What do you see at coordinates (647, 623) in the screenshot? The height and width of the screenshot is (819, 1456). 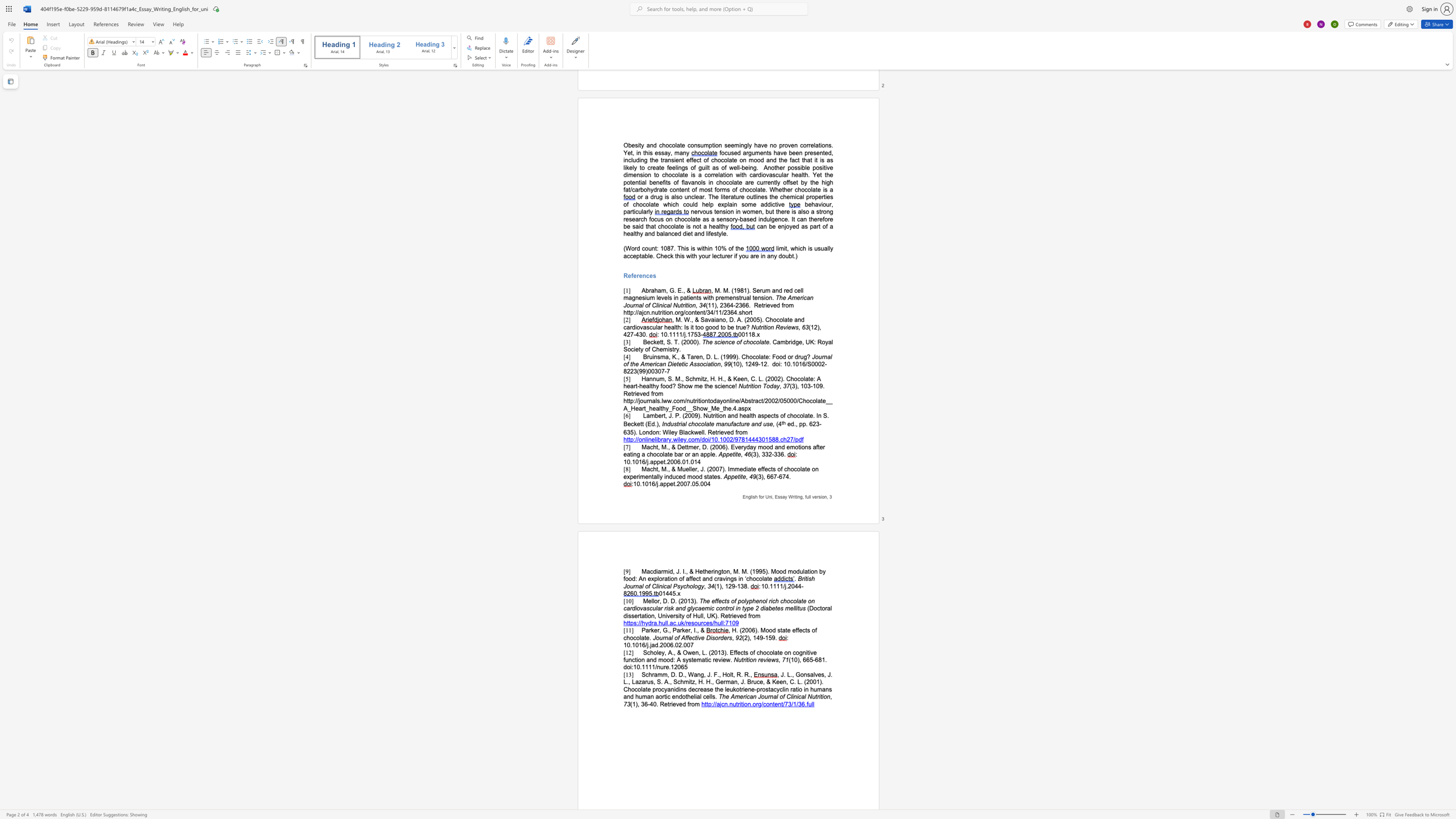 I see `the subset text "dra.hull.ac" within the text "https://hydra.hull.ac.uk/resources/hull:7109"` at bounding box center [647, 623].